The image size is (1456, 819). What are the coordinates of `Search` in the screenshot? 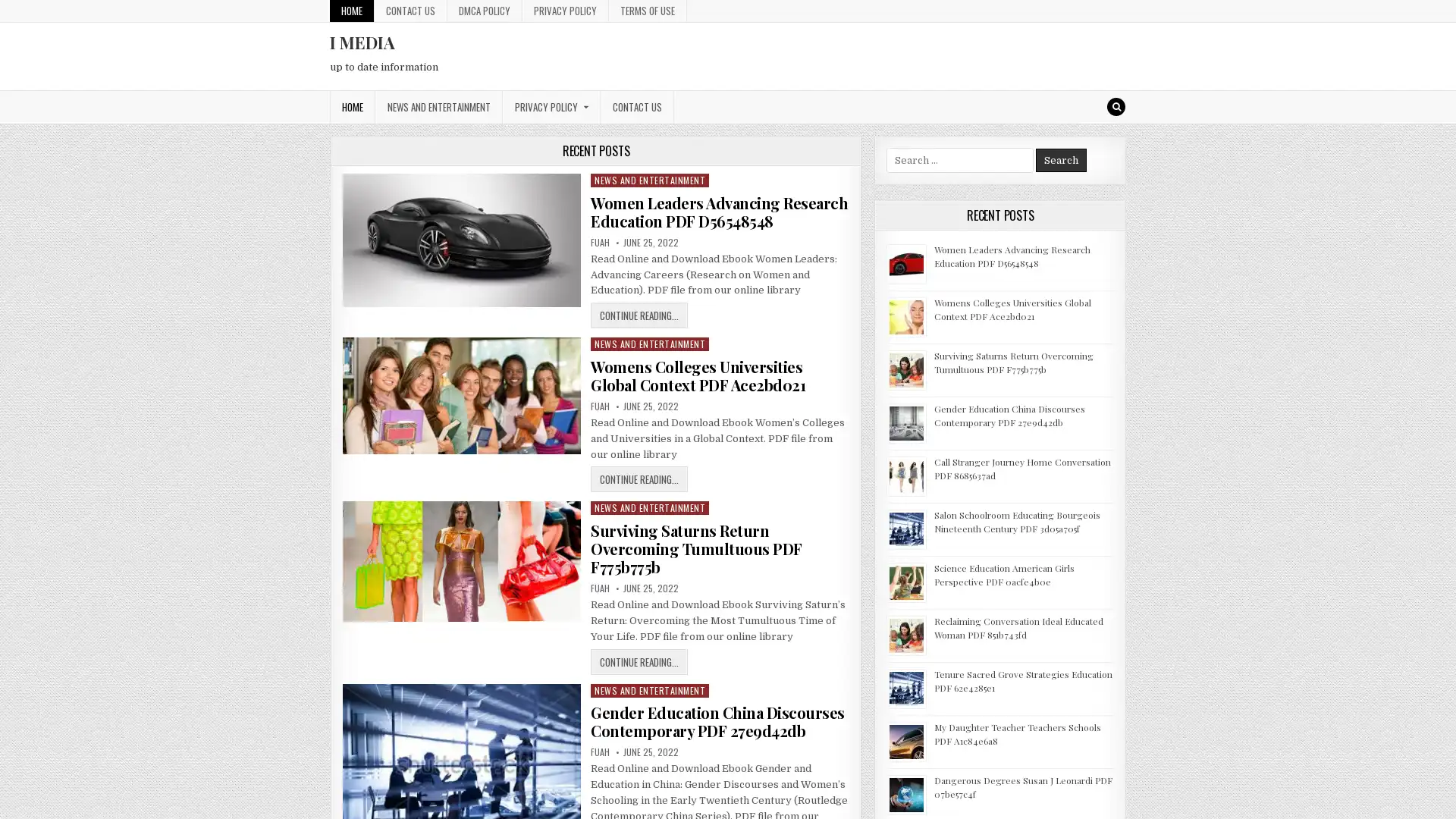 It's located at (1060, 160).